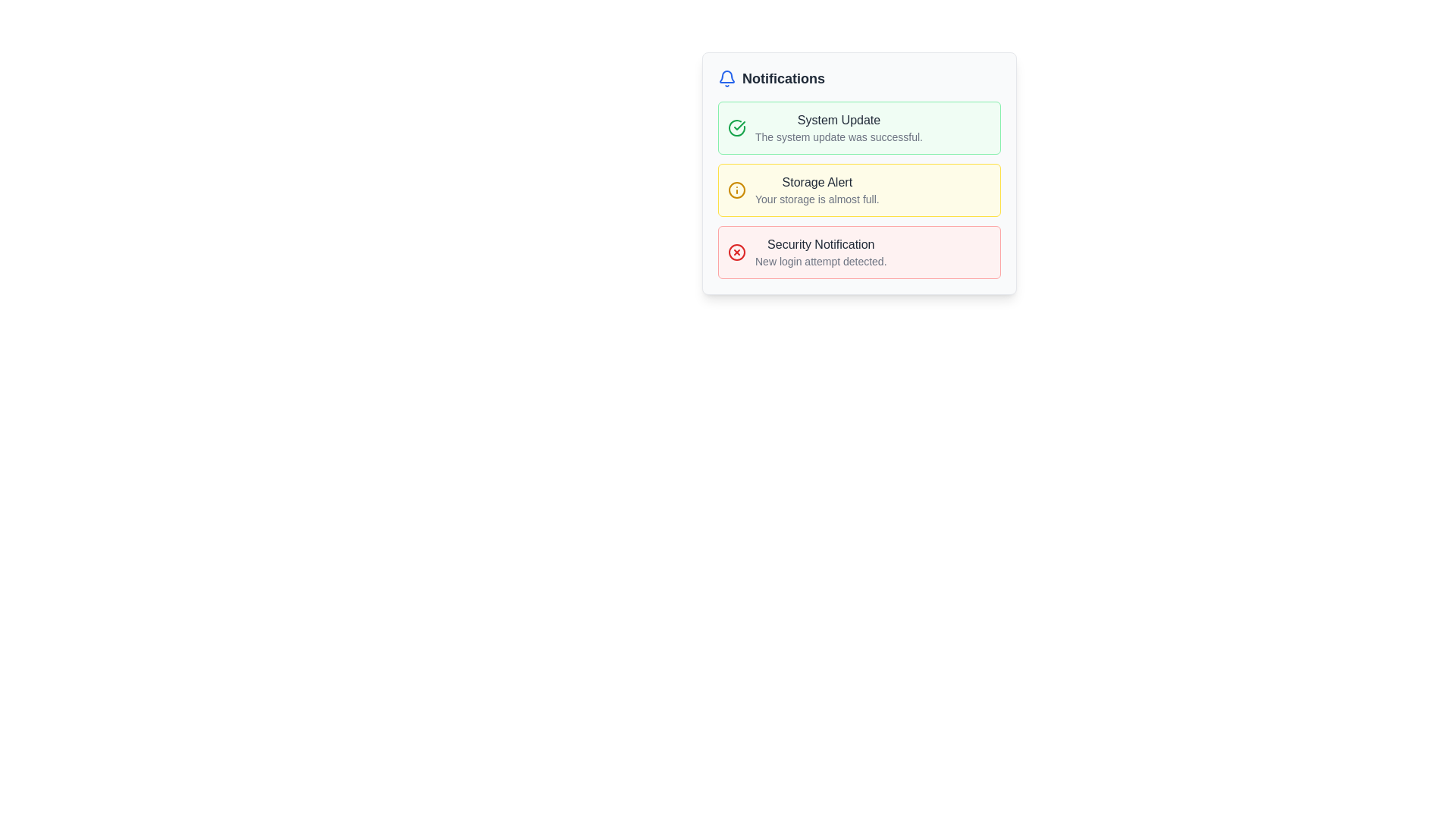  I want to click on the error icon (SVG circle with a cross) located to the left of the notification text under 'Security Notification', so click(736, 251).